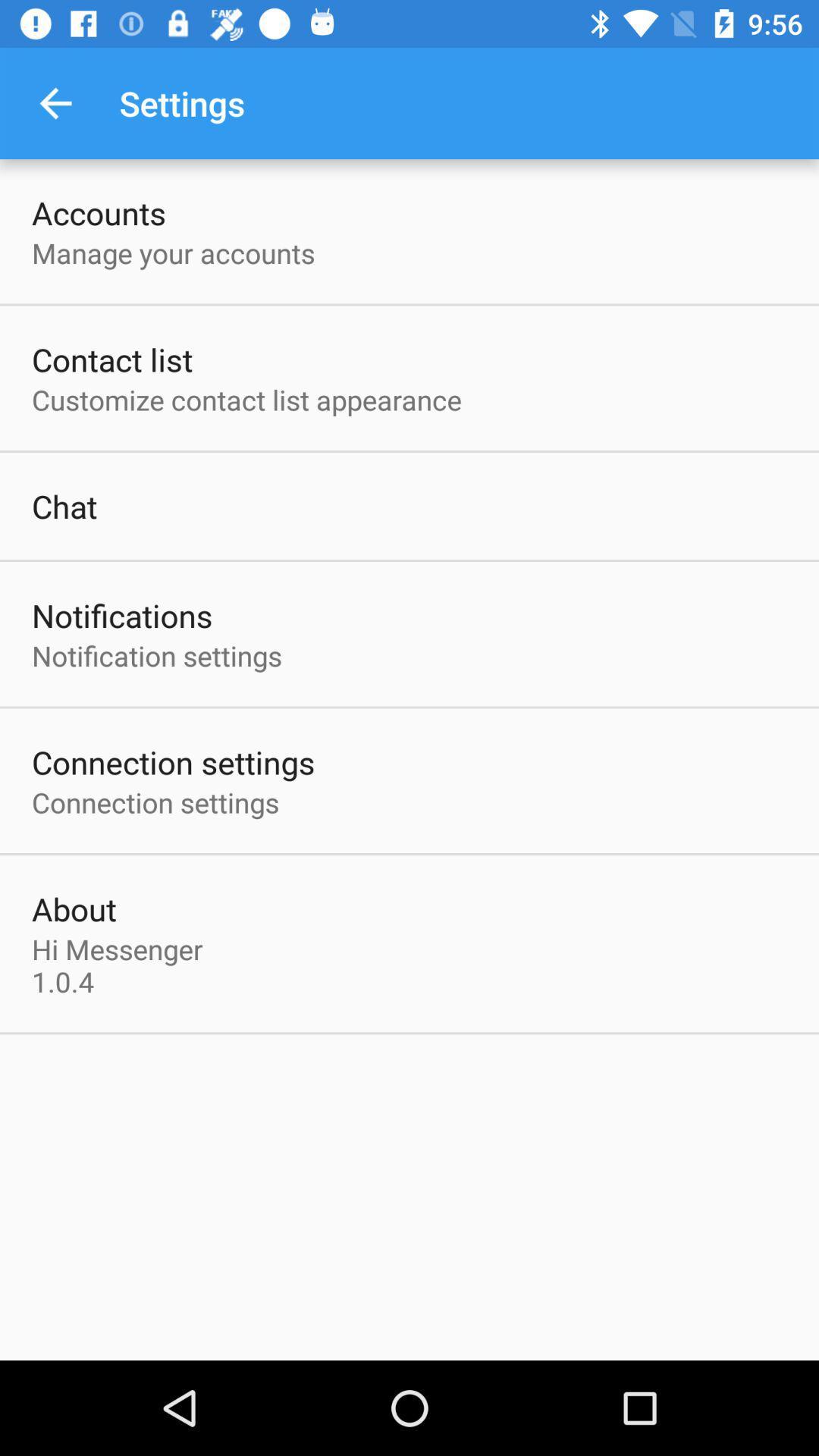 The height and width of the screenshot is (1456, 819). I want to click on icon above contact list, so click(172, 253).